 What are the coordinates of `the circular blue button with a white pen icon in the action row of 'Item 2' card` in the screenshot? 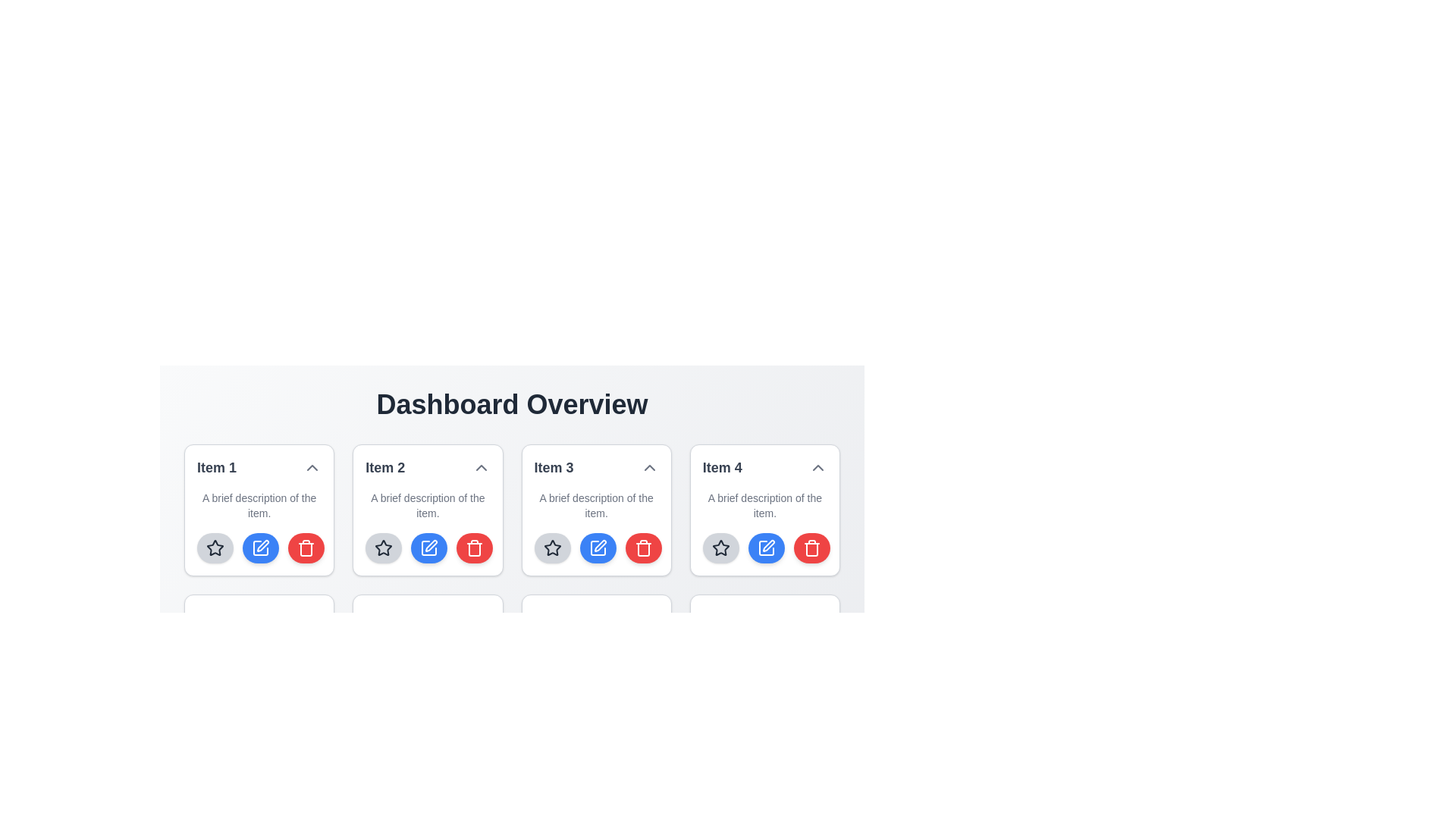 It's located at (428, 548).